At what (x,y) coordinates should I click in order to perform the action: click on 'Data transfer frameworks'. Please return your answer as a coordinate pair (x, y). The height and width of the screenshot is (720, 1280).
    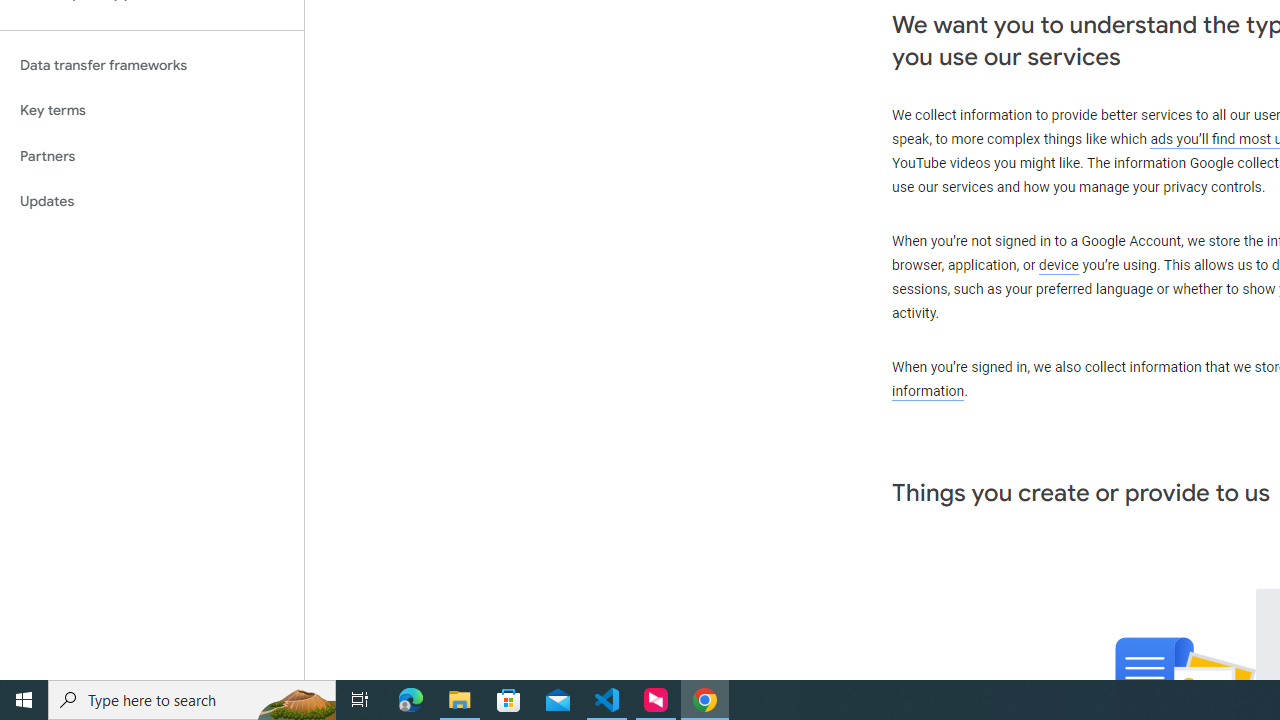
    Looking at the image, I should click on (151, 64).